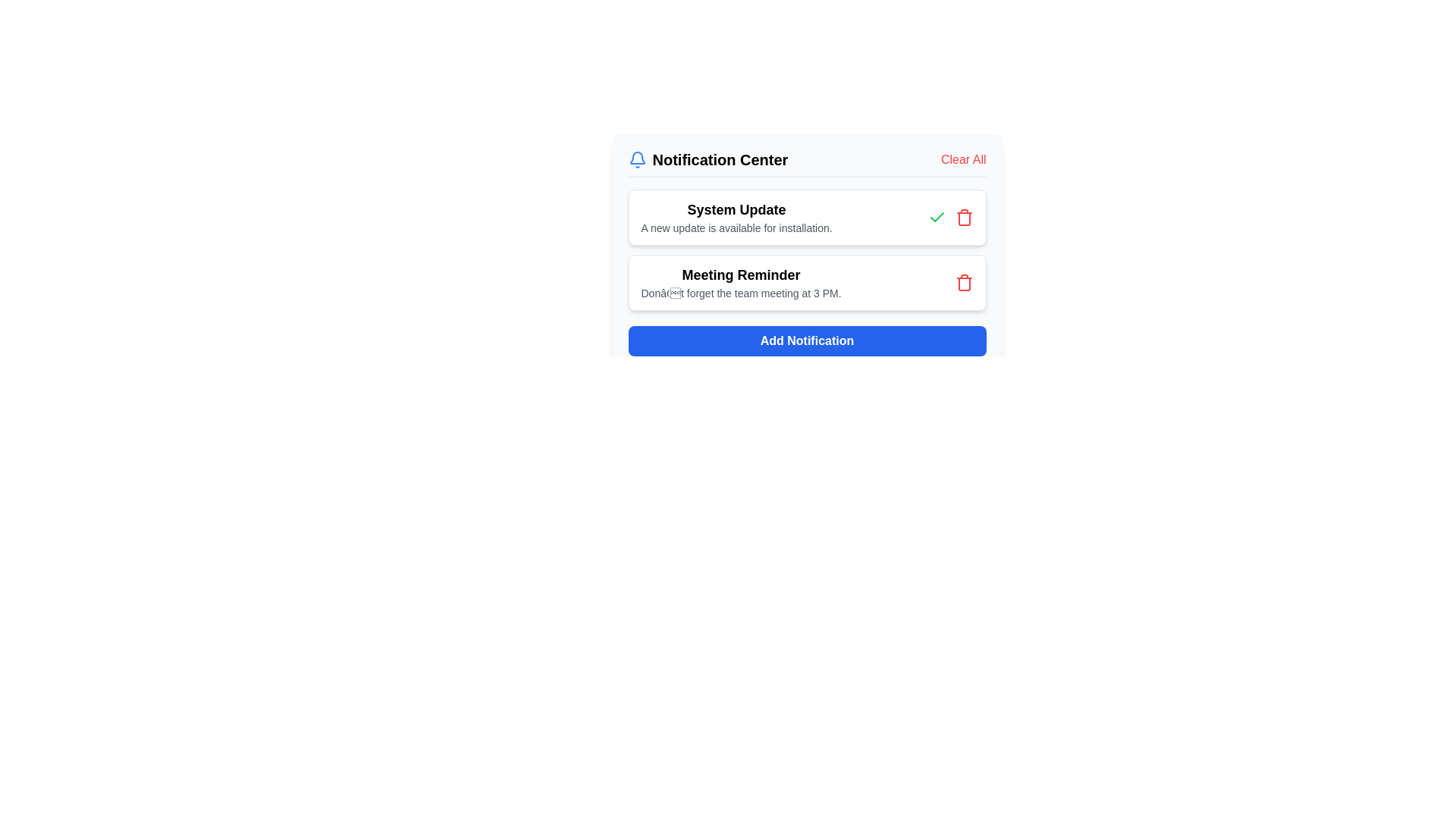  What do you see at coordinates (806, 163) in the screenshot?
I see `the title of the notification center by clicking on the header element that spans the top of the notification panel` at bounding box center [806, 163].